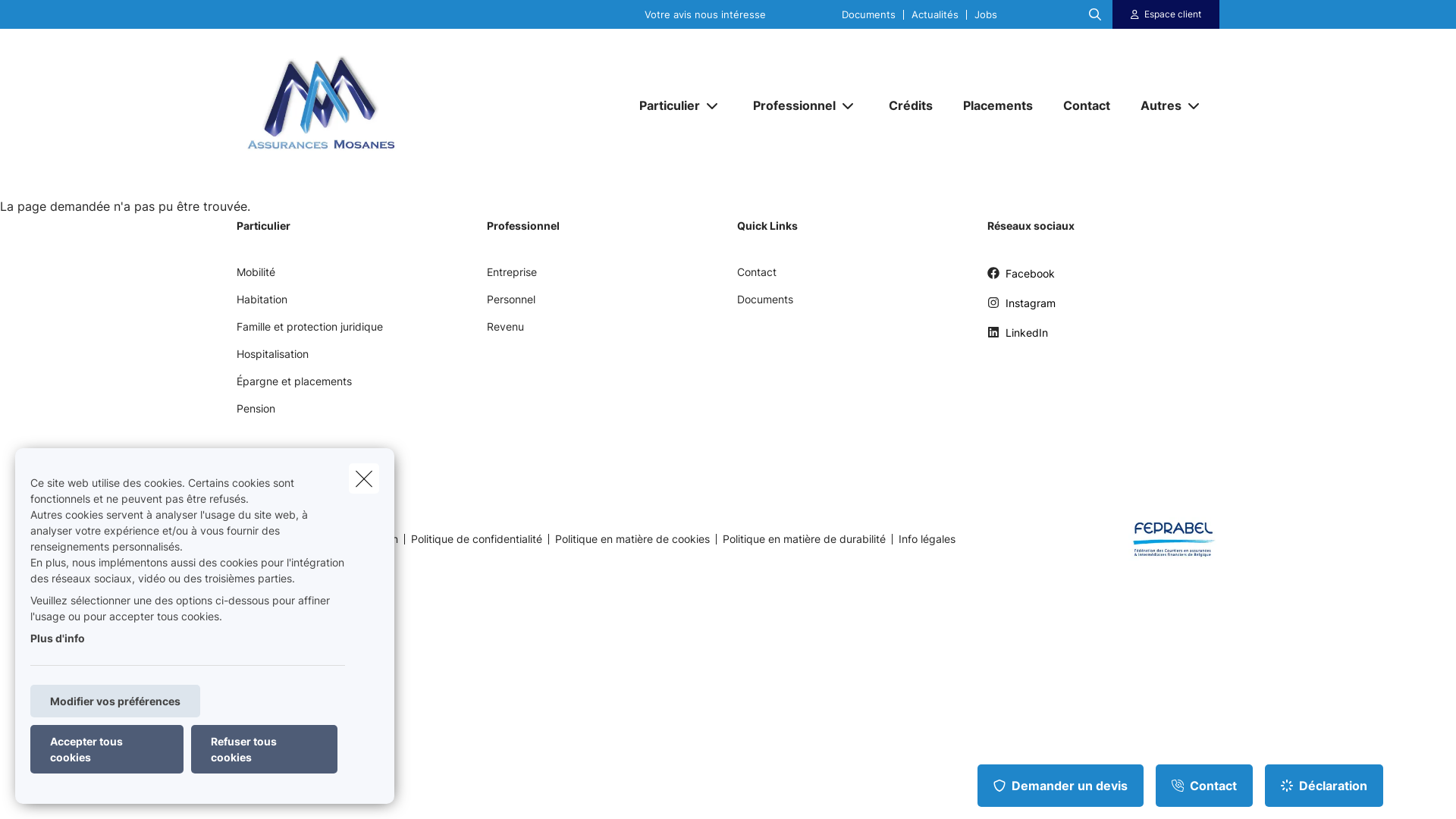 The image size is (1456, 819). I want to click on 'Documents', so click(868, 14).